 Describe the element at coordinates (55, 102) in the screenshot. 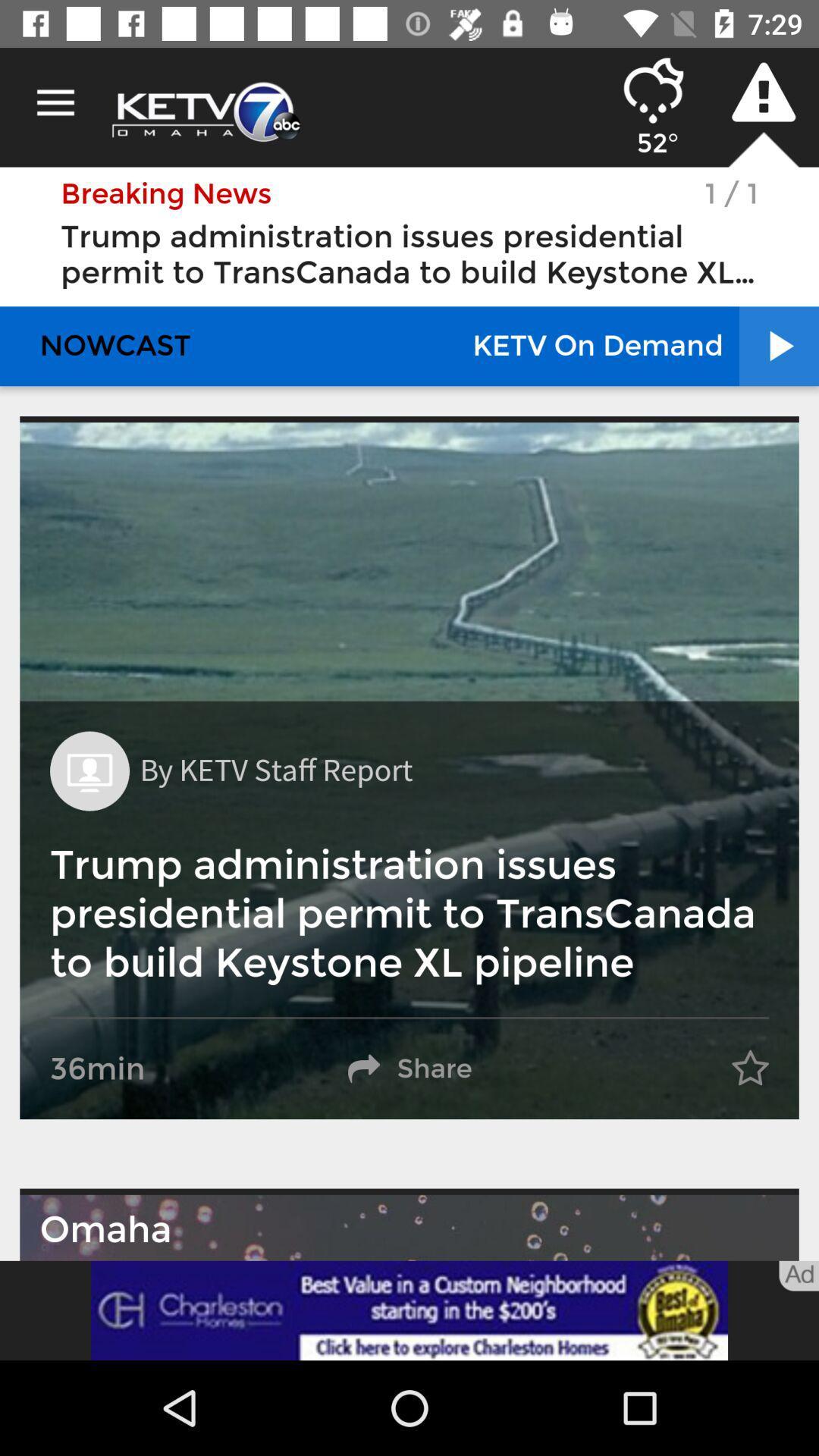

I see `the menu icon` at that location.